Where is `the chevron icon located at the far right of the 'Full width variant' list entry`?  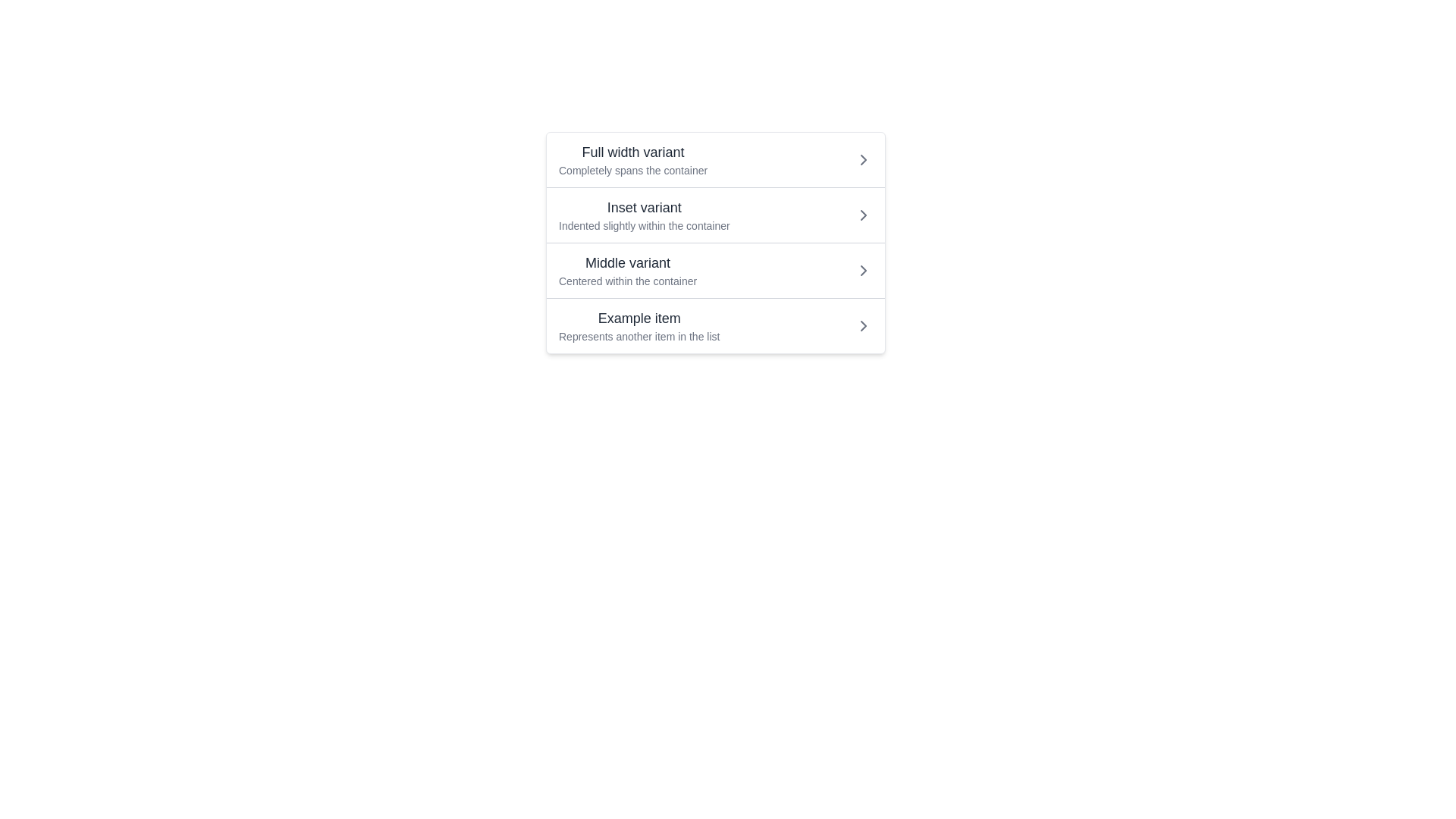
the chevron icon located at the far right of the 'Full width variant' list entry is located at coordinates (863, 160).